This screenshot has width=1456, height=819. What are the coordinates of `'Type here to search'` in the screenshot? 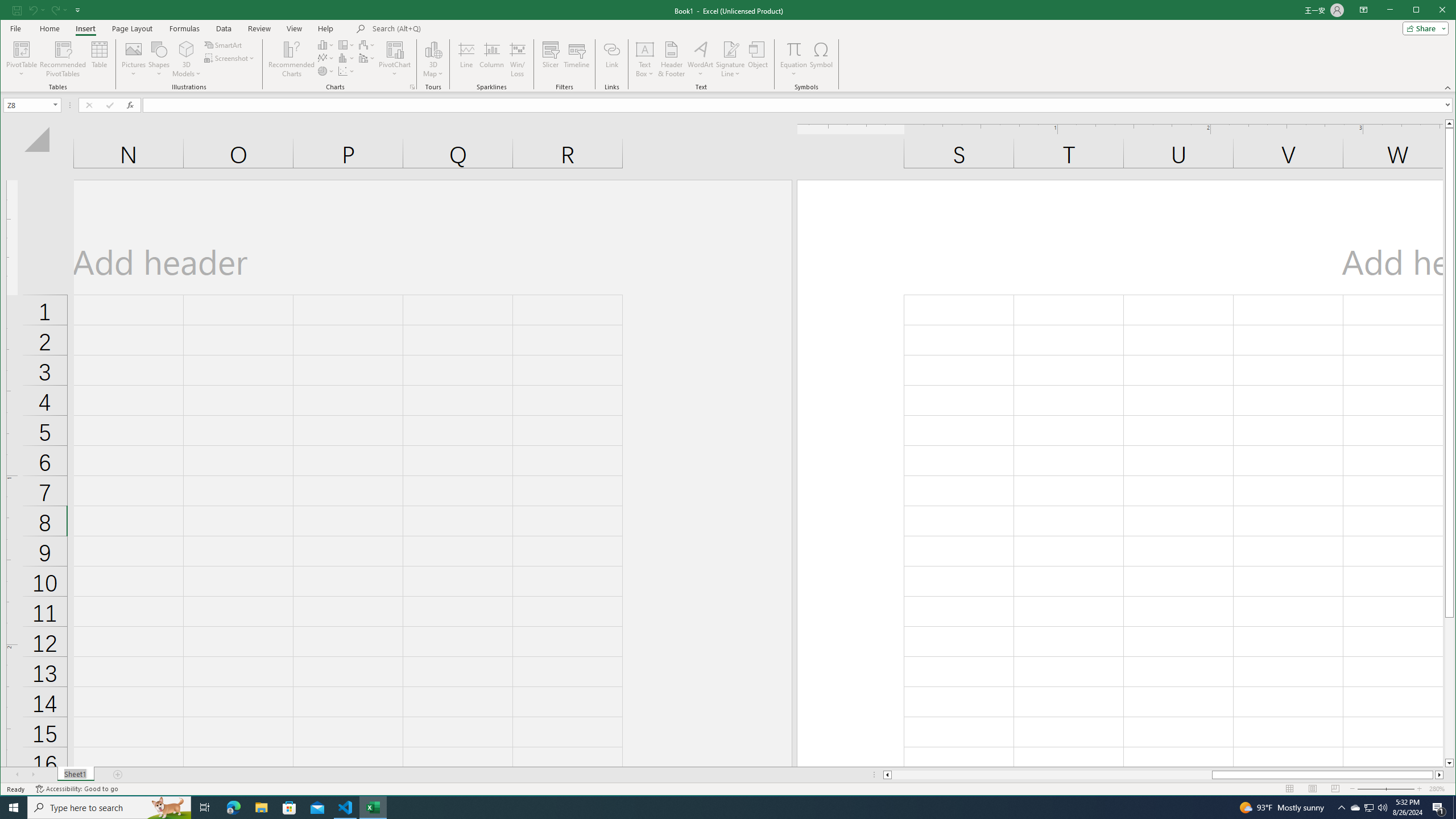 It's located at (109, 806).